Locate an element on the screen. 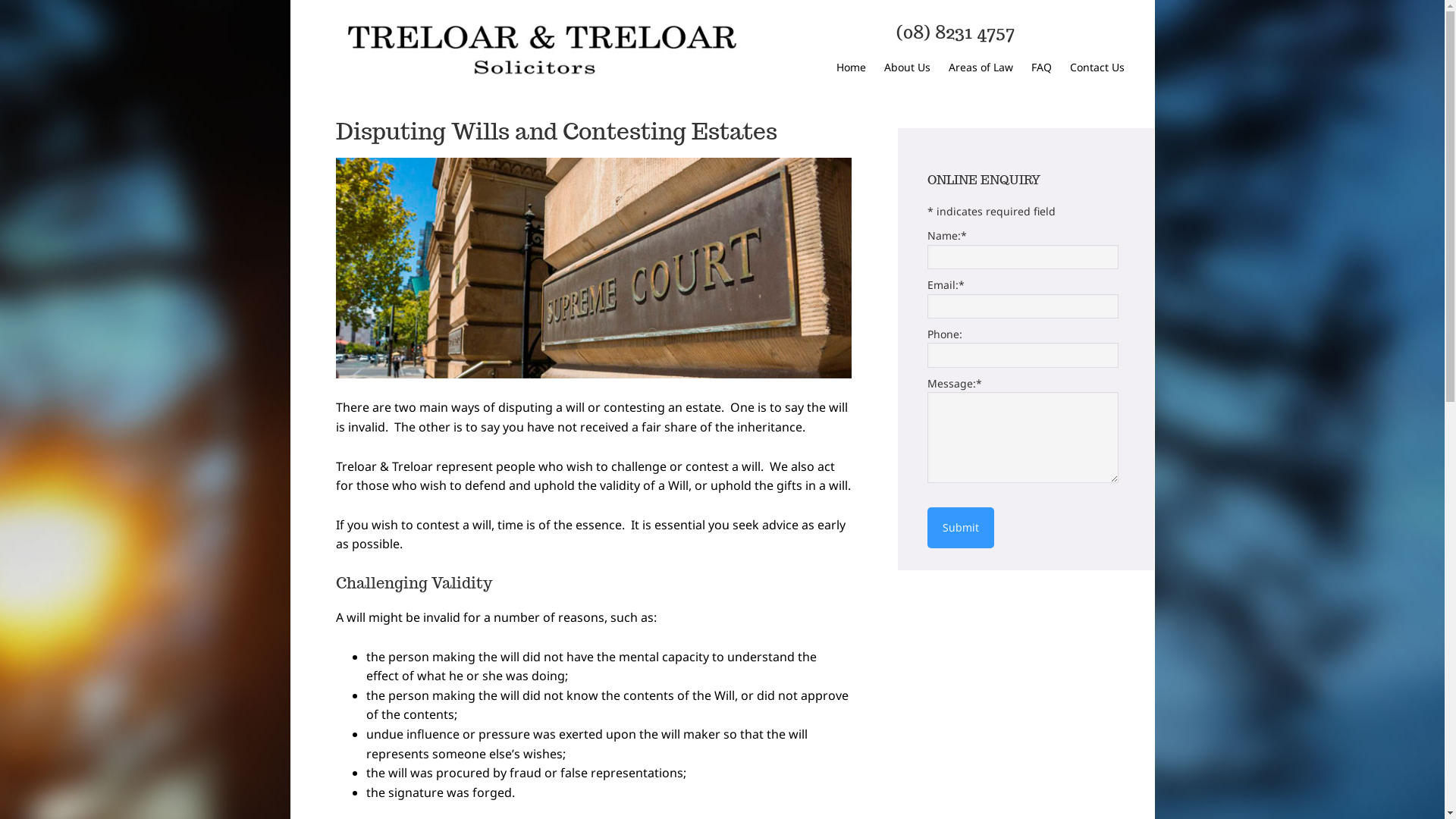 This screenshot has width=1456, height=819. 'Skip to main content' is located at coordinates (290, 0).